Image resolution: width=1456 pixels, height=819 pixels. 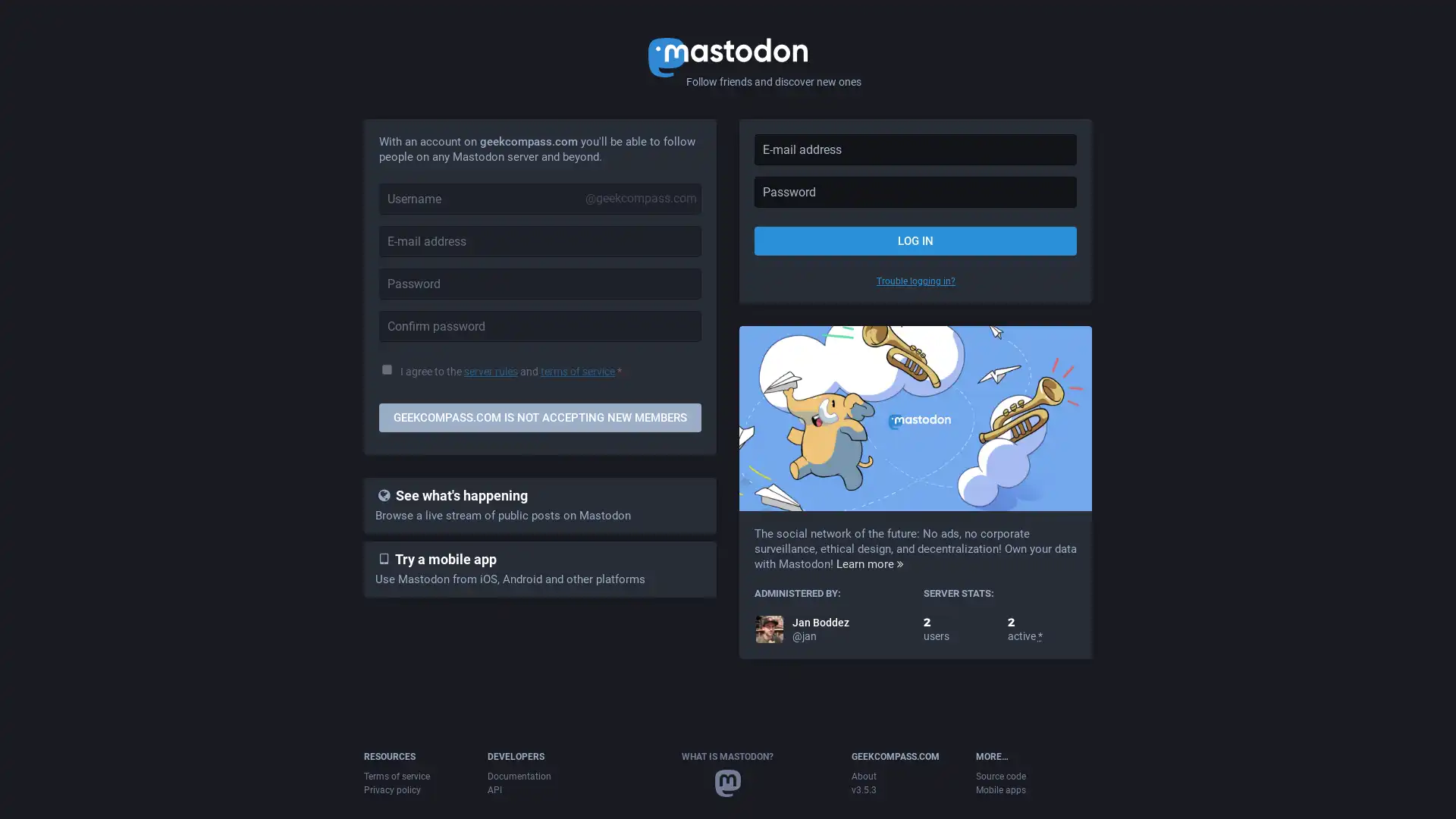 What do you see at coordinates (915, 240) in the screenshot?
I see `LOG IN` at bounding box center [915, 240].